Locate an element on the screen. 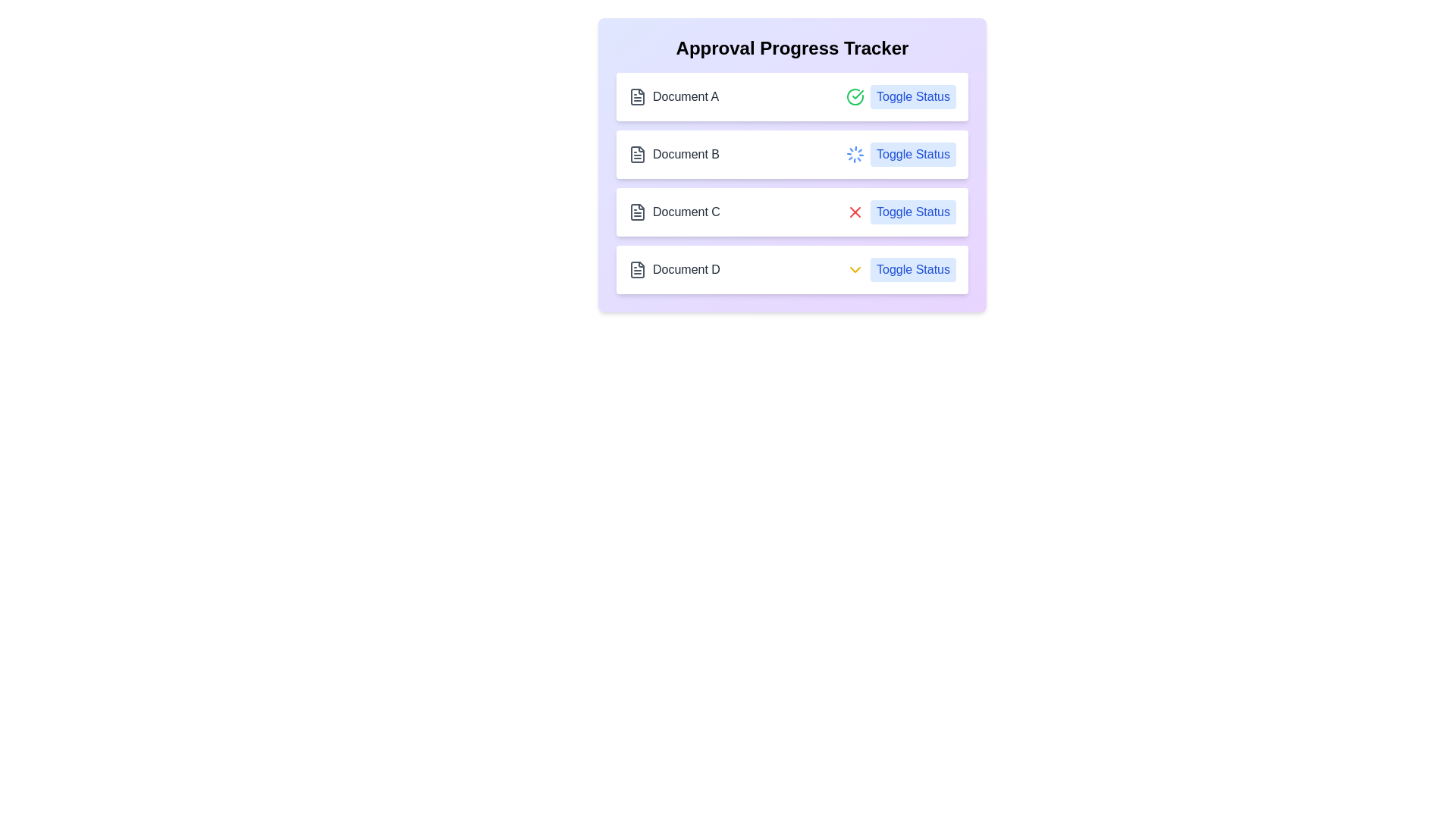 Image resolution: width=1456 pixels, height=819 pixels. the checkmark icon indicating approval status for 'Document A' in the 'Approval Progress Tracker' section is located at coordinates (858, 94).